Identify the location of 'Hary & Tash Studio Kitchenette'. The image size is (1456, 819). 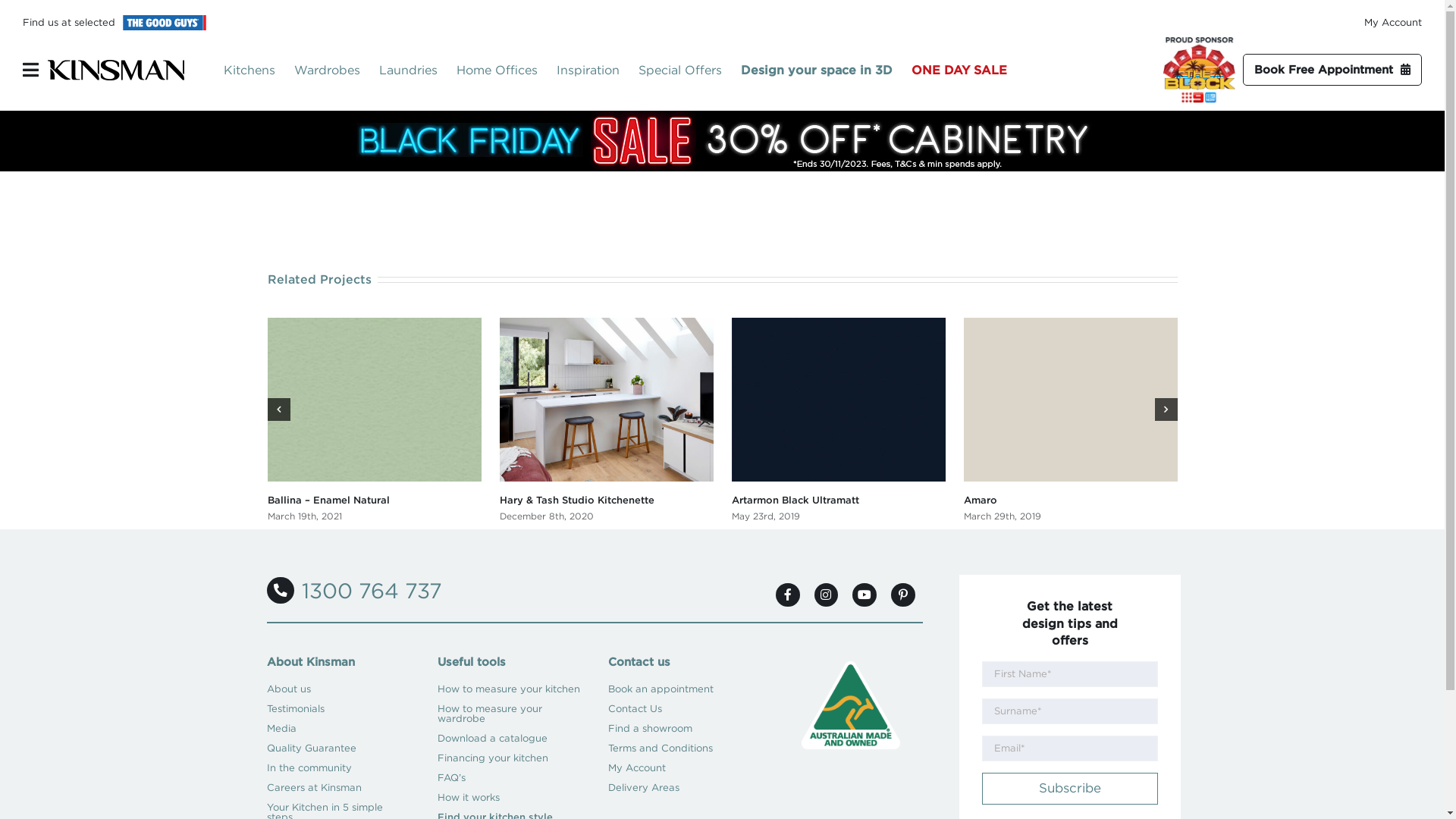
(575, 500).